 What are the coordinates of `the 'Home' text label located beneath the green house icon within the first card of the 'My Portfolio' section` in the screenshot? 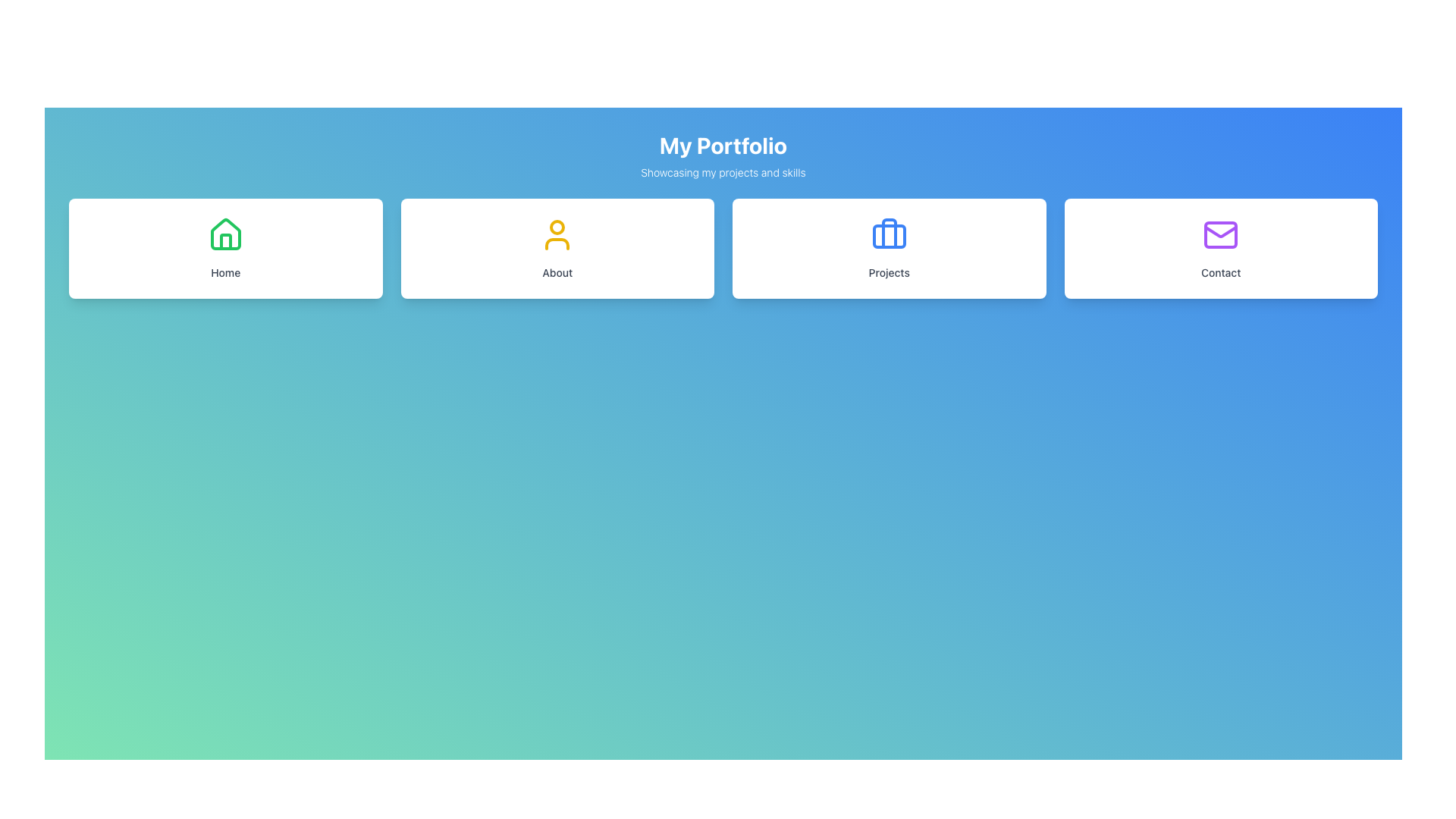 It's located at (224, 271).